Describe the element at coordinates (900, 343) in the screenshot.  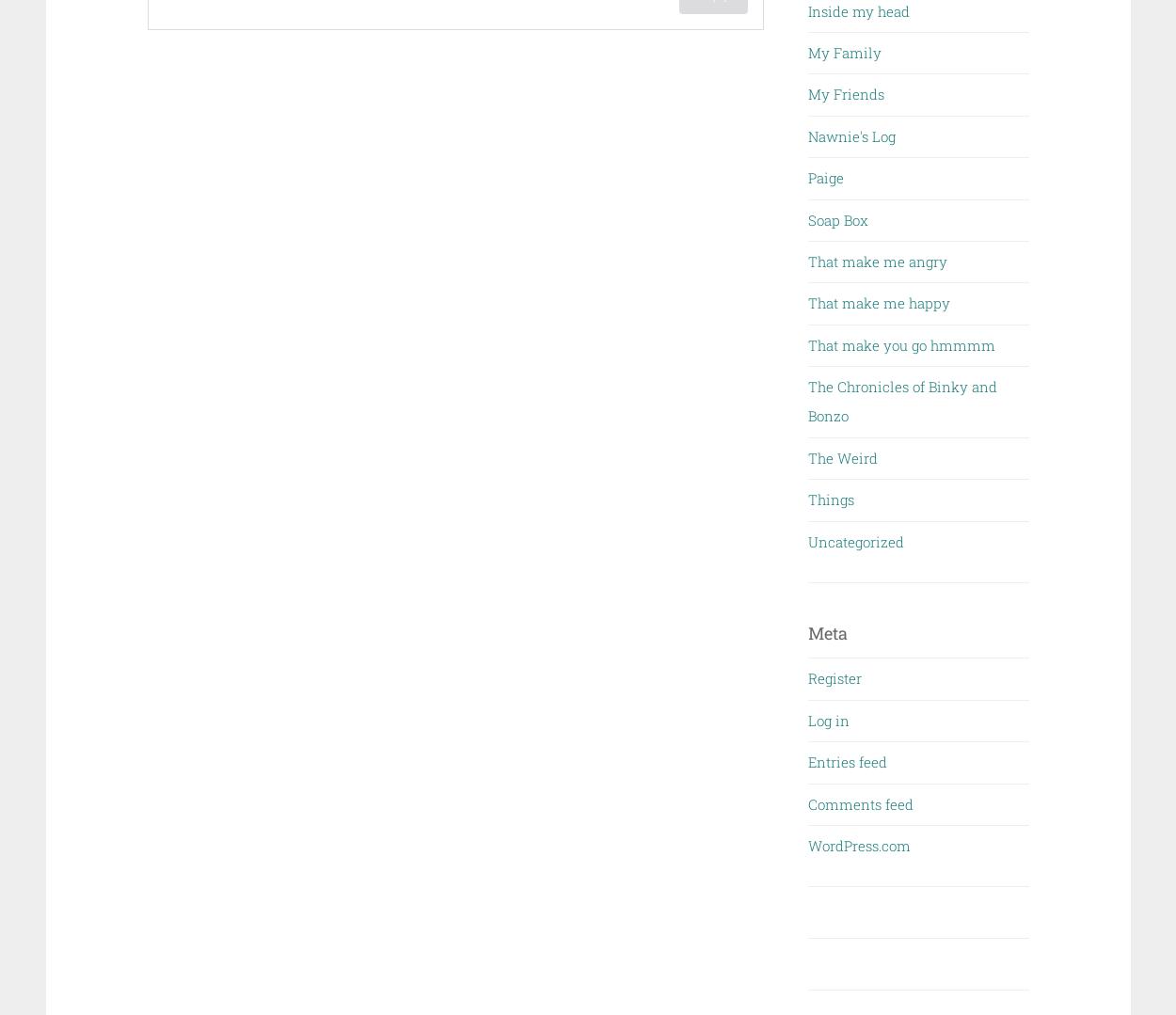
I see `'That make you go hmmmm'` at that location.